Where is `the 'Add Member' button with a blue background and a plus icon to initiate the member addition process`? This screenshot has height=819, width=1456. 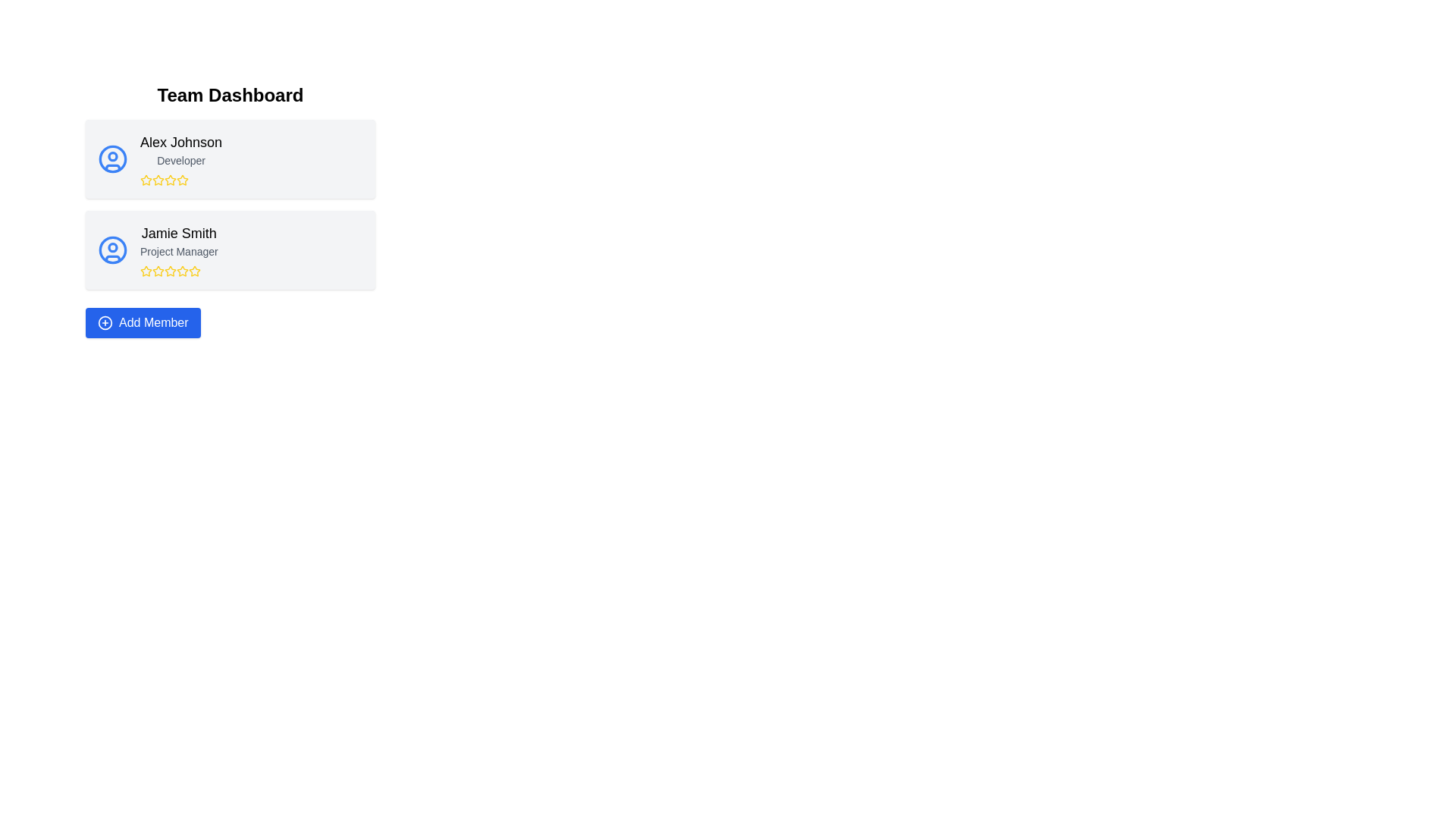
the 'Add Member' button with a blue background and a plus icon to initiate the member addition process is located at coordinates (143, 322).